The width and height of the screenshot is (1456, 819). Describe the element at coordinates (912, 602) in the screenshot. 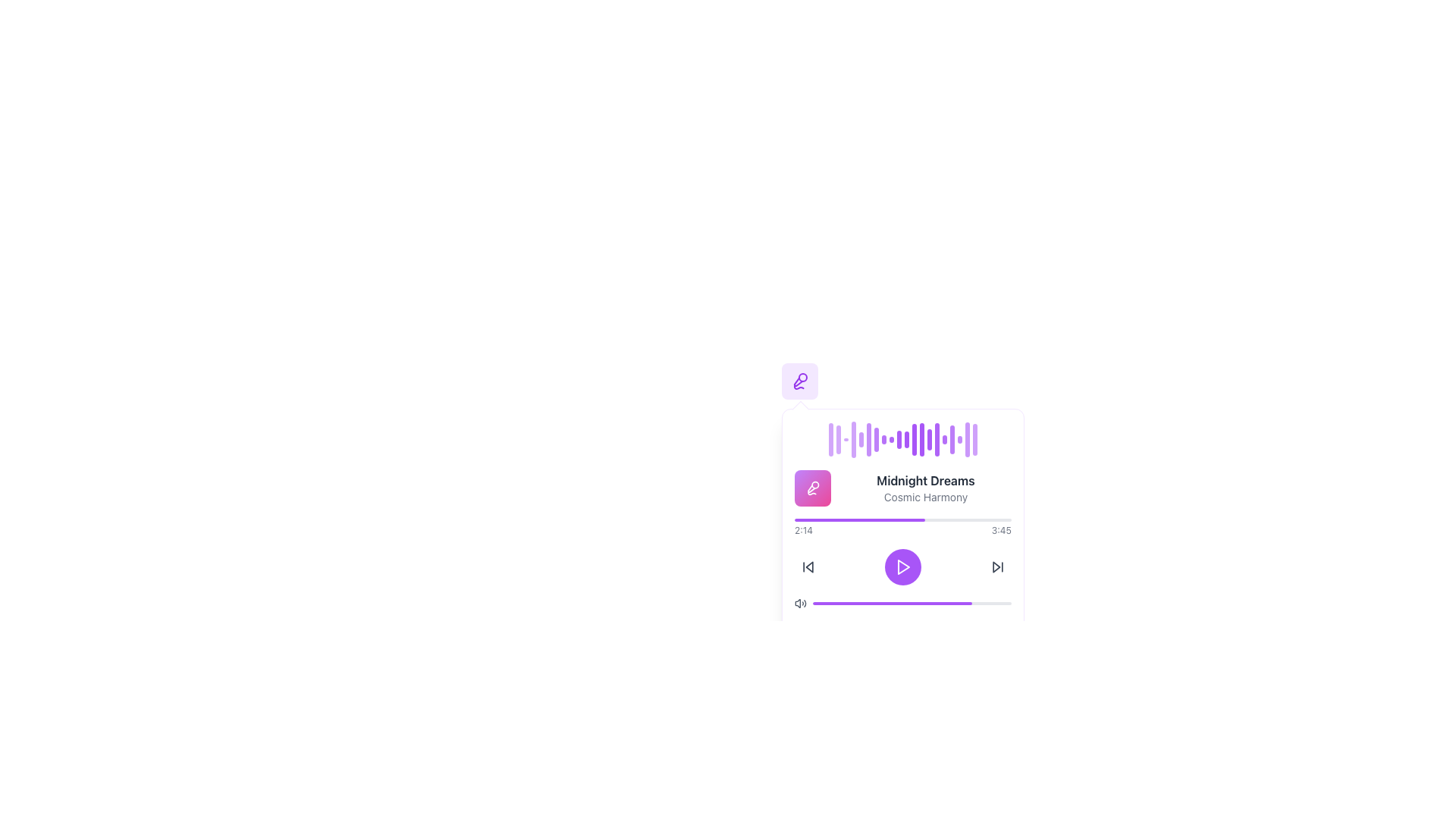

I see `the purple foreground section of the progress bar located near the bottom of the audio player interface` at that location.